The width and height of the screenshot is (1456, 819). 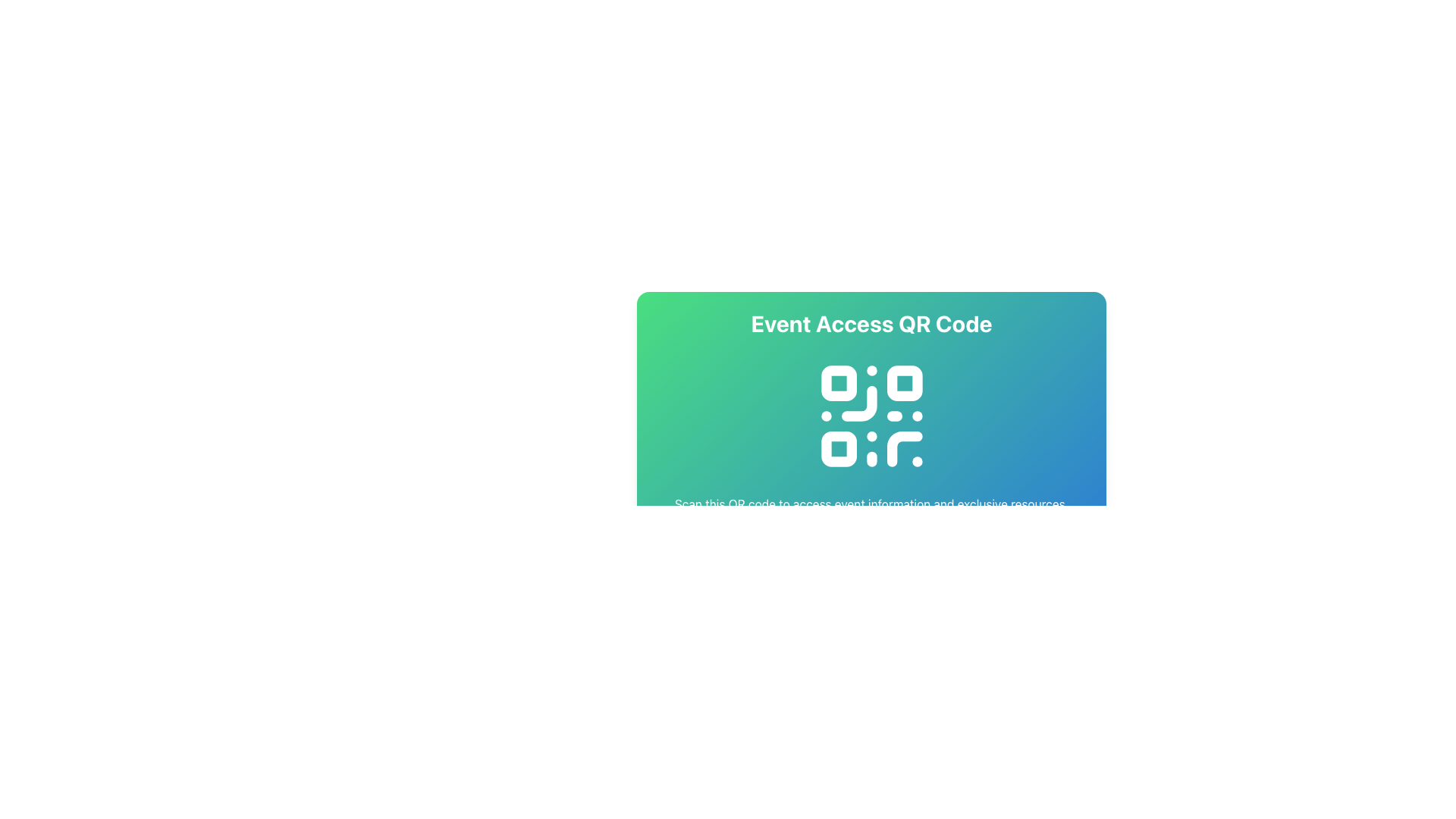 What do you see at coordinates (838, 448) in the screenshot?
I see `the third rectangular element in the bottom-left quadrant of the QR code, which serves a decorative purpose` at bounding box center [838, 448].